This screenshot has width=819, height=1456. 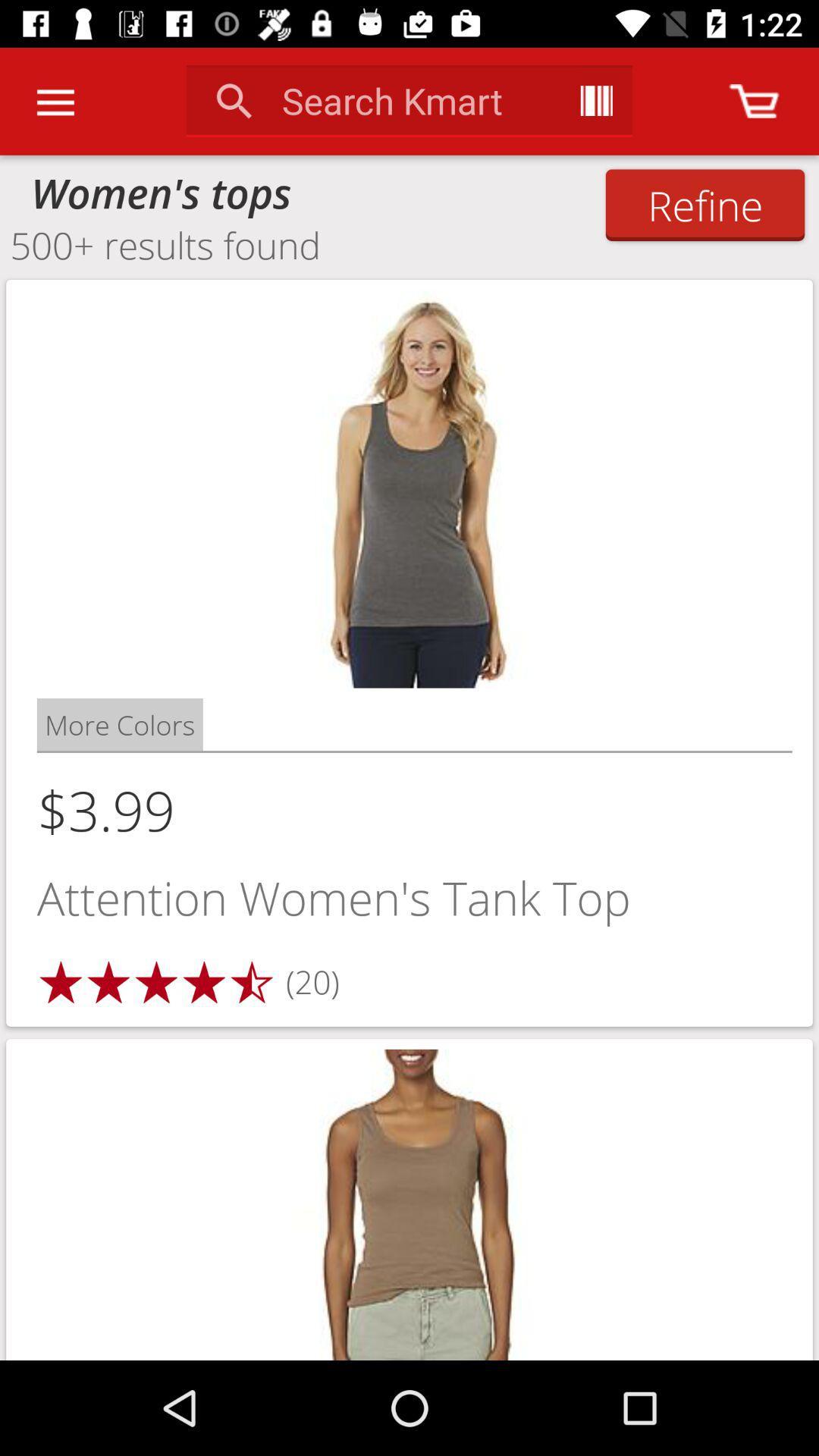 I want to click on the app next to the search kmart icon, so click(x=595, y=100).